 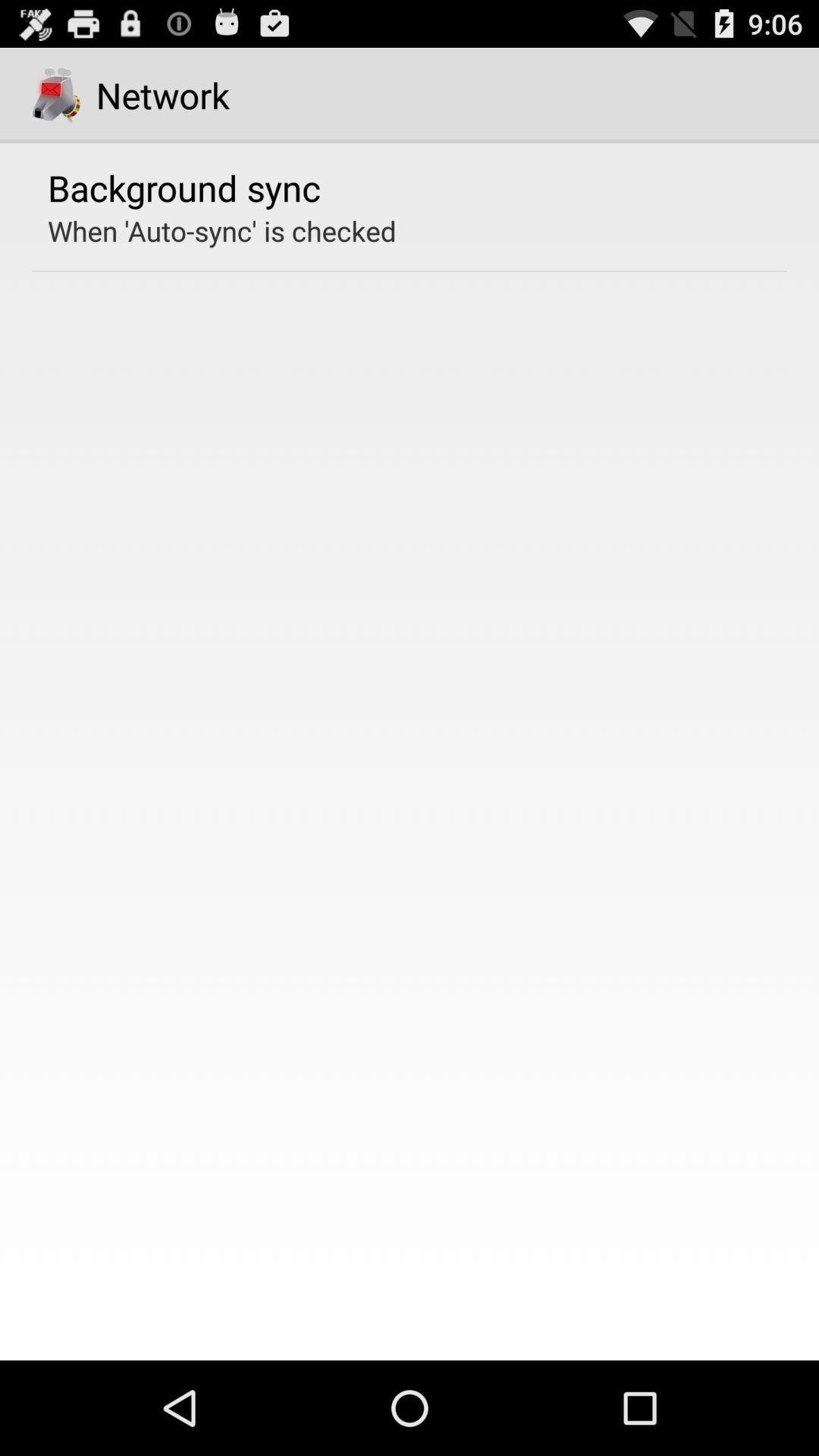 I want to click on the background sync, so click(x=184, y=187).